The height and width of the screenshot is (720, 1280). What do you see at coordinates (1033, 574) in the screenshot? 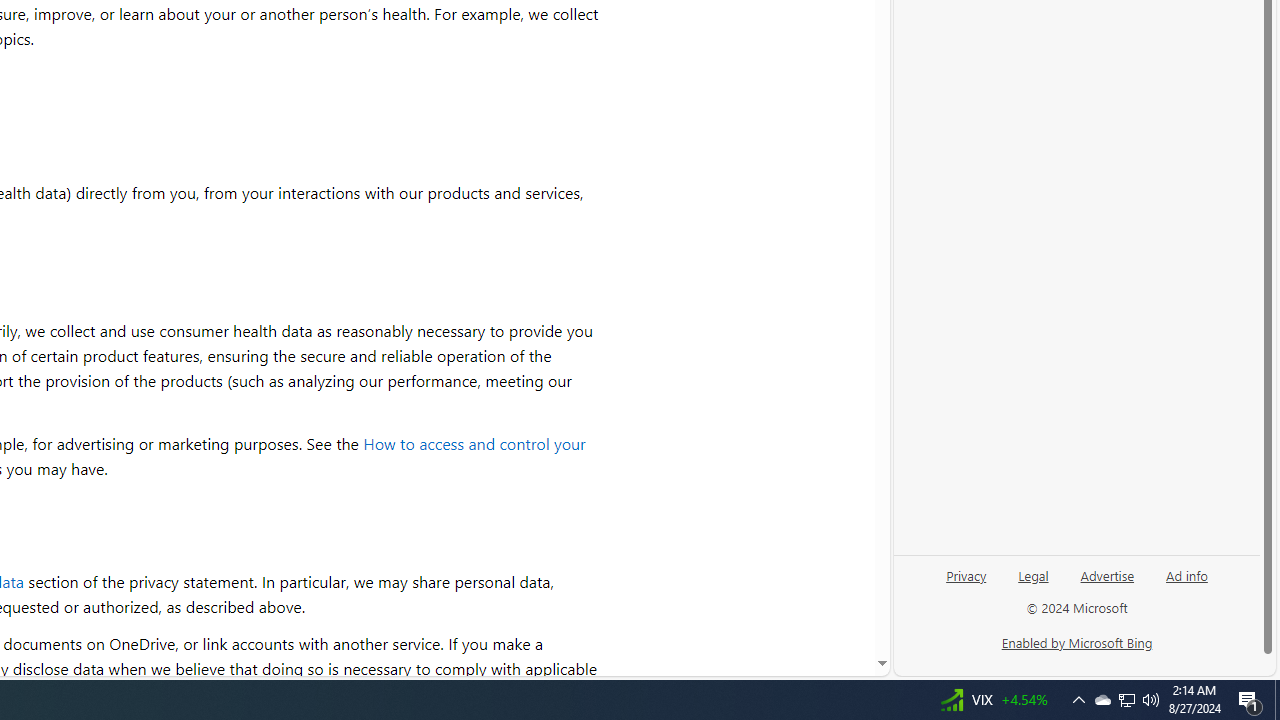
I see `'Legal'` at bounding box center [1033, 574].